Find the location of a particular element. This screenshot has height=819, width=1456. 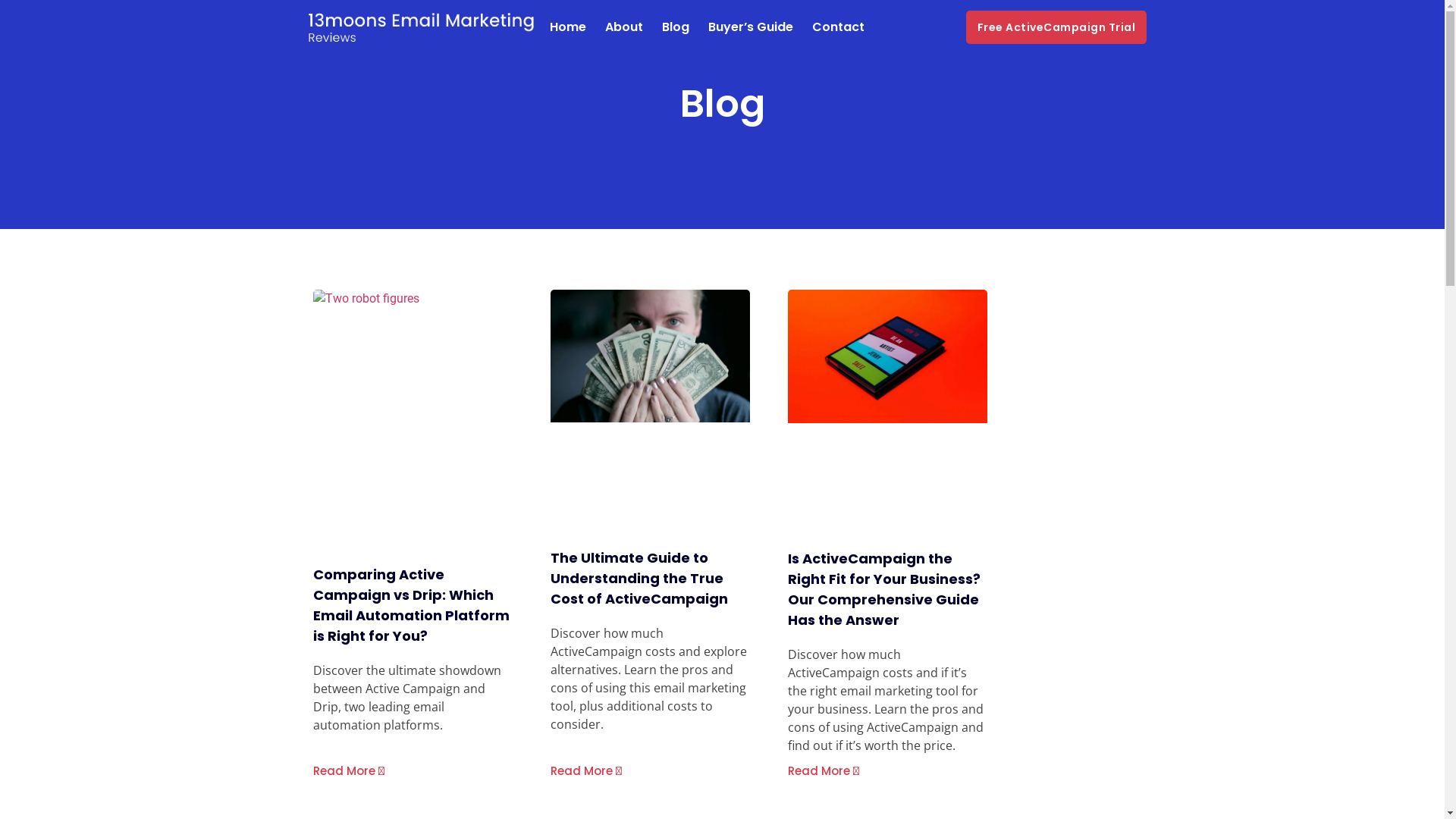

'Free ActiveCampaign Trial' is located at coordinates (1056, 27).